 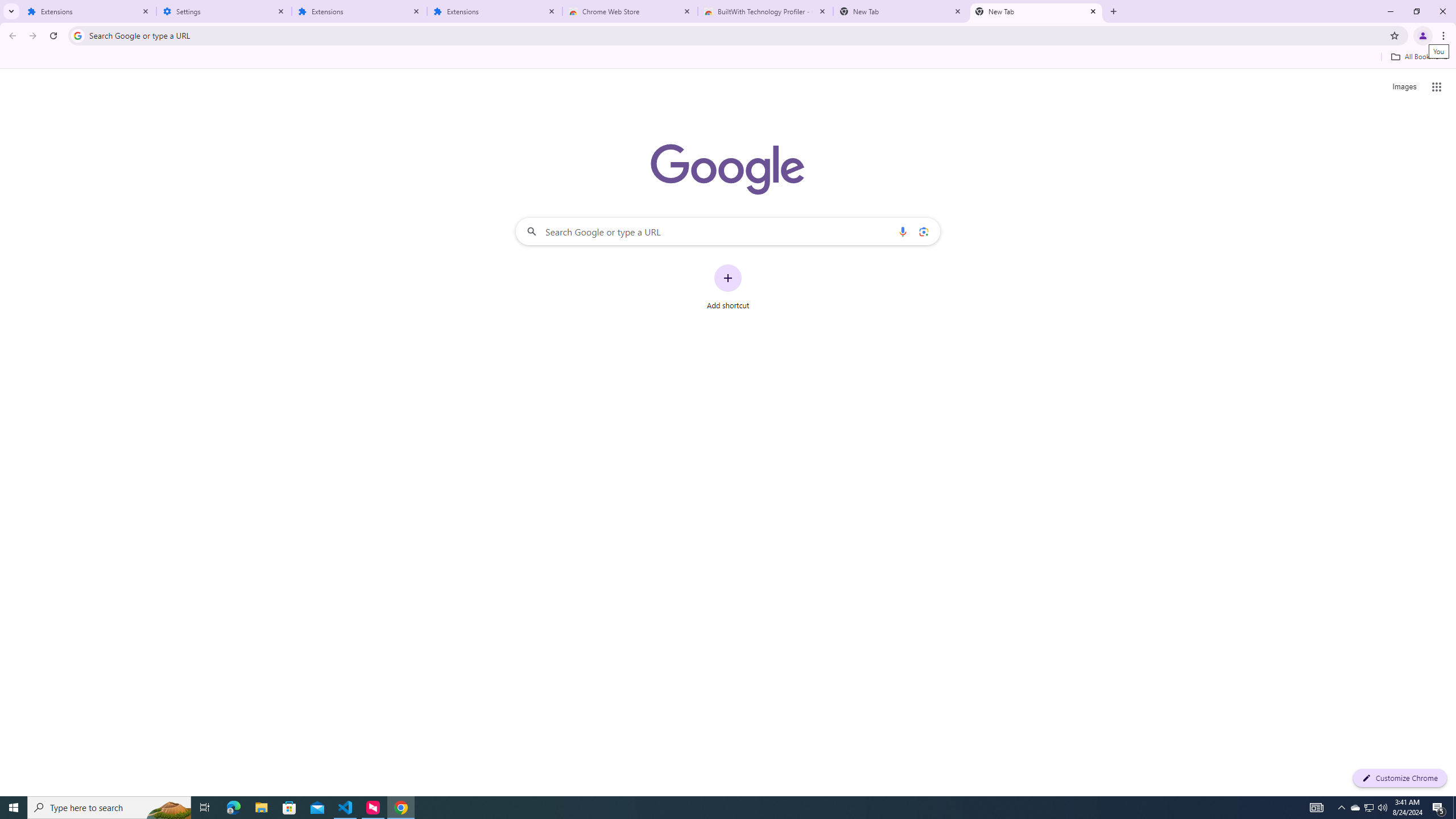 What do you see at coordinates (1036, 11) in the screenshot?
I see `'New Tab'` at bounding box center [1036, 11].